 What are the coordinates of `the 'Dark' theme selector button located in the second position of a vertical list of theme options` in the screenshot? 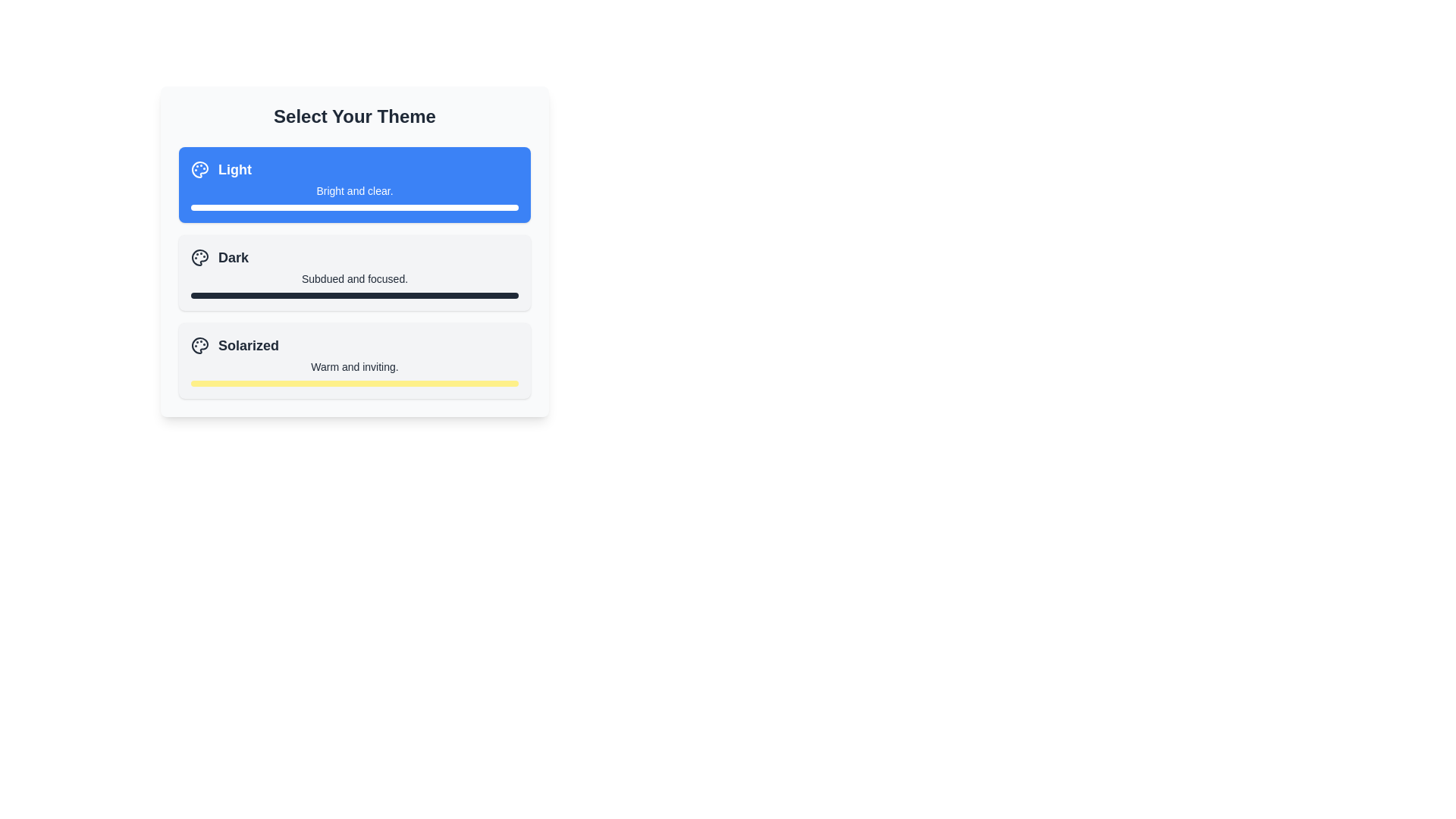 It's located at (353, 271).